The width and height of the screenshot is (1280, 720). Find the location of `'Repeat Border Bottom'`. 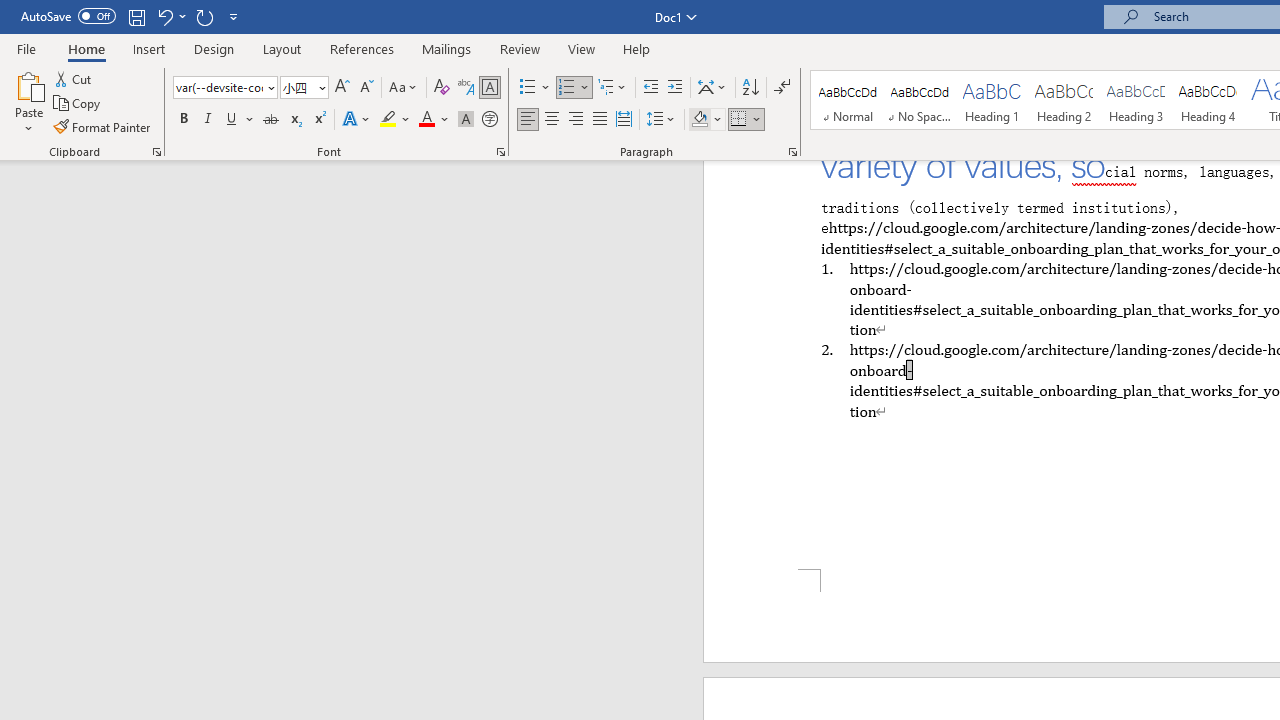

'Repeat Border Bottom' is located at coordinates (204, 16).